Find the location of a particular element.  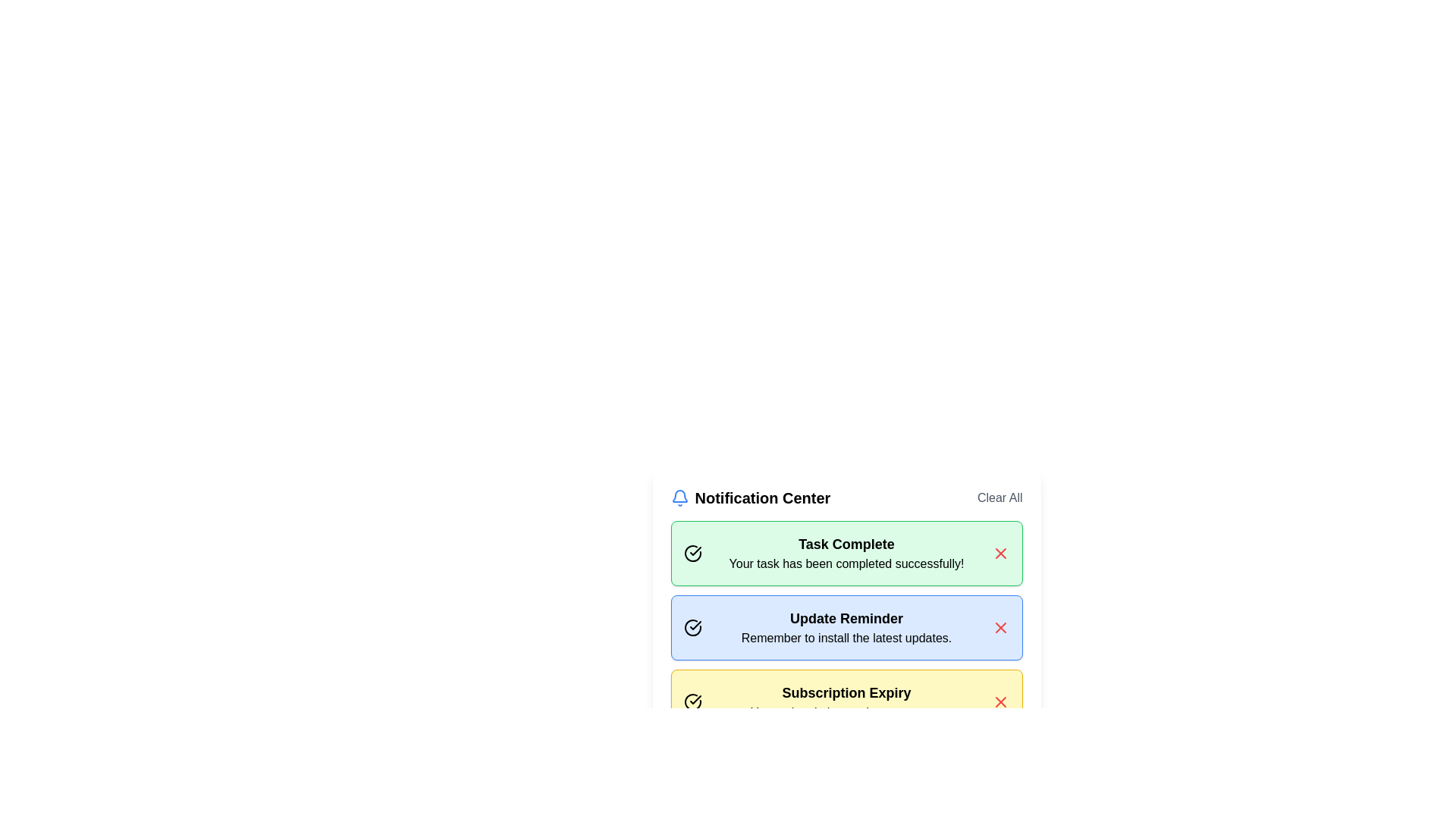

the title of the notification card regarding subscription expiration, located in the Notification Center area is located at coordinates (846, 693).